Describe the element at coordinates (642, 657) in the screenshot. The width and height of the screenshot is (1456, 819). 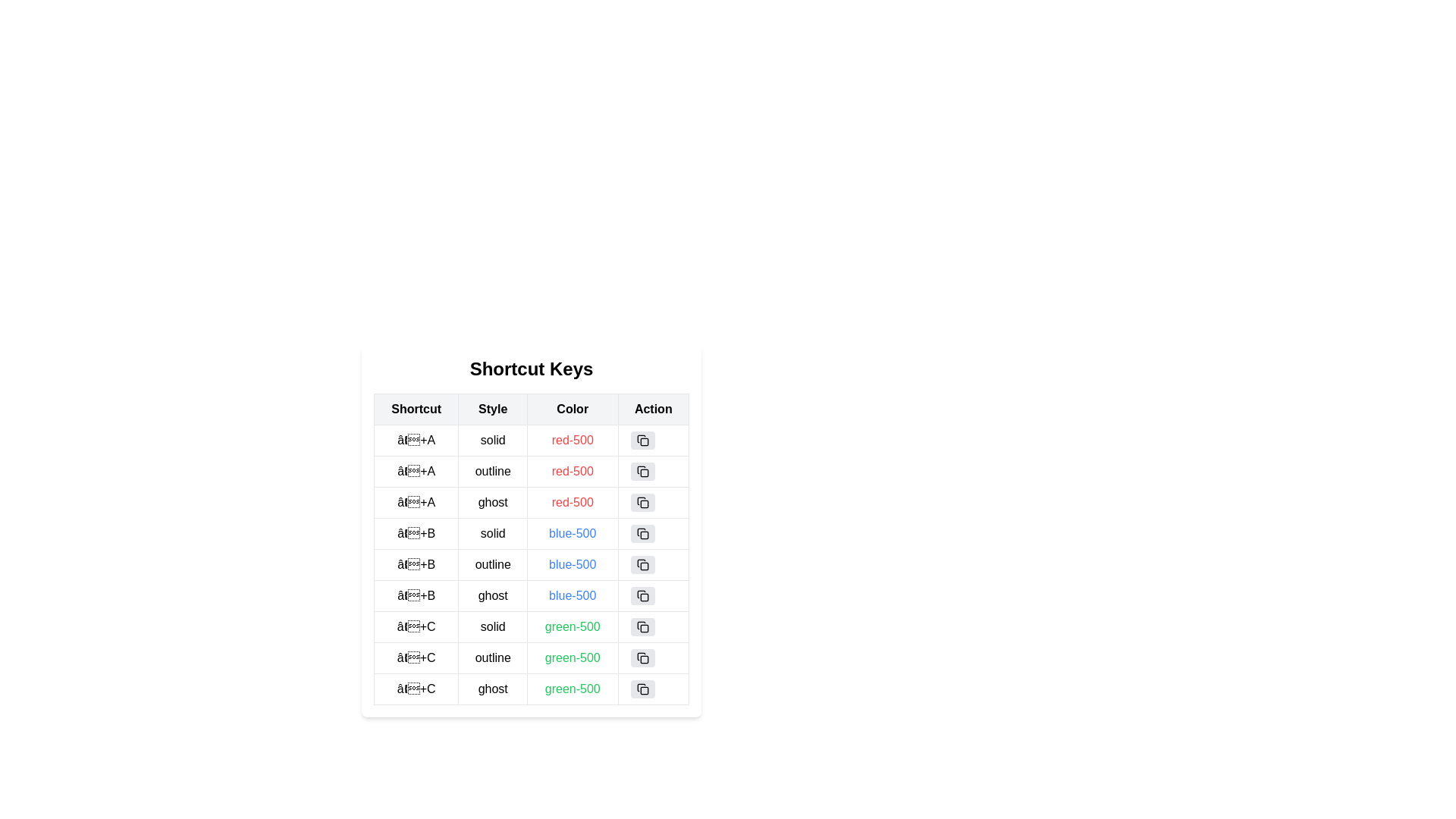
I see `the interactive icon resembling two overlapping squares in the last column of the table under the '⌘+C' row` at that location.